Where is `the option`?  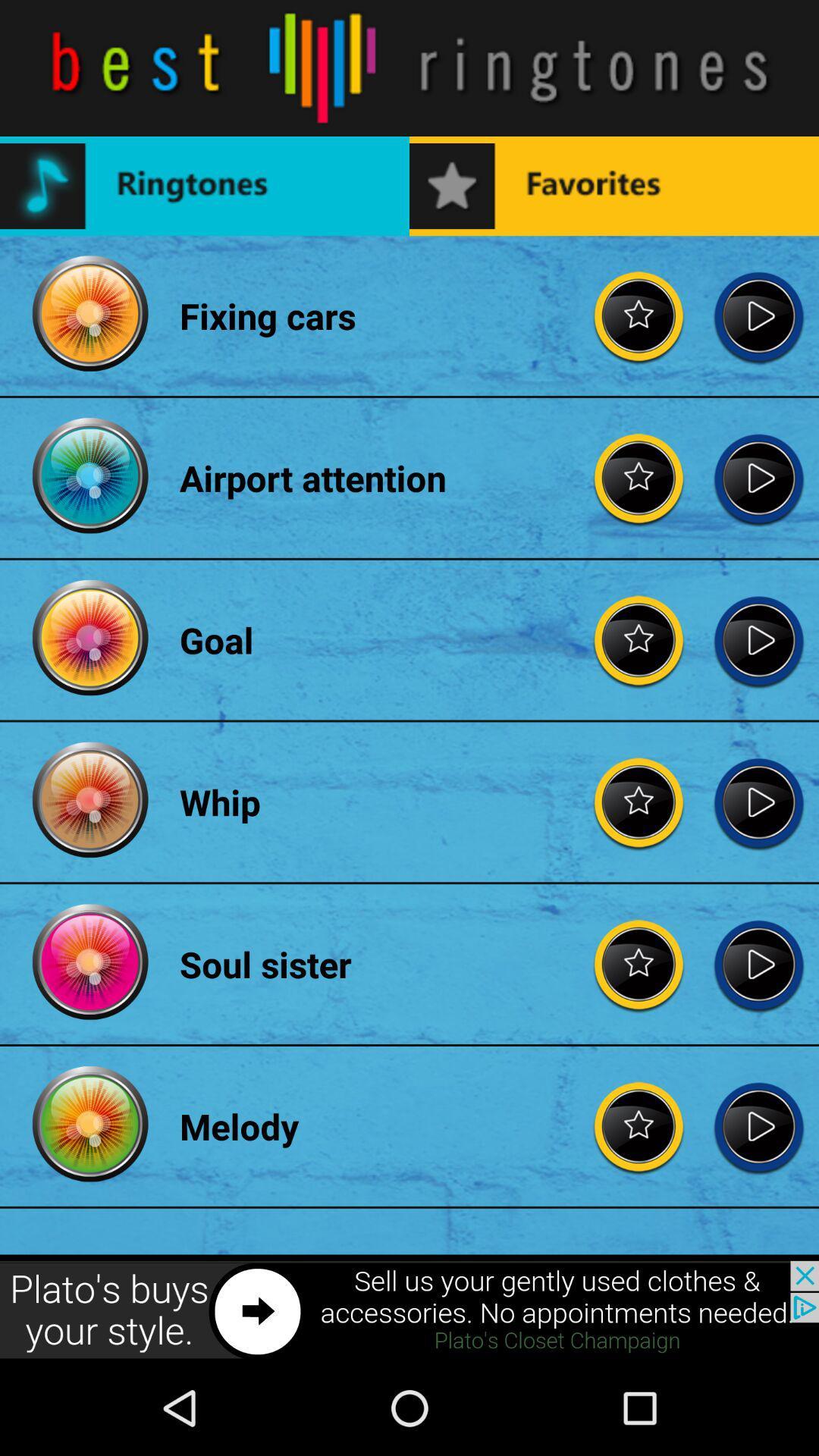 the option is located at coordinates (758, 315).